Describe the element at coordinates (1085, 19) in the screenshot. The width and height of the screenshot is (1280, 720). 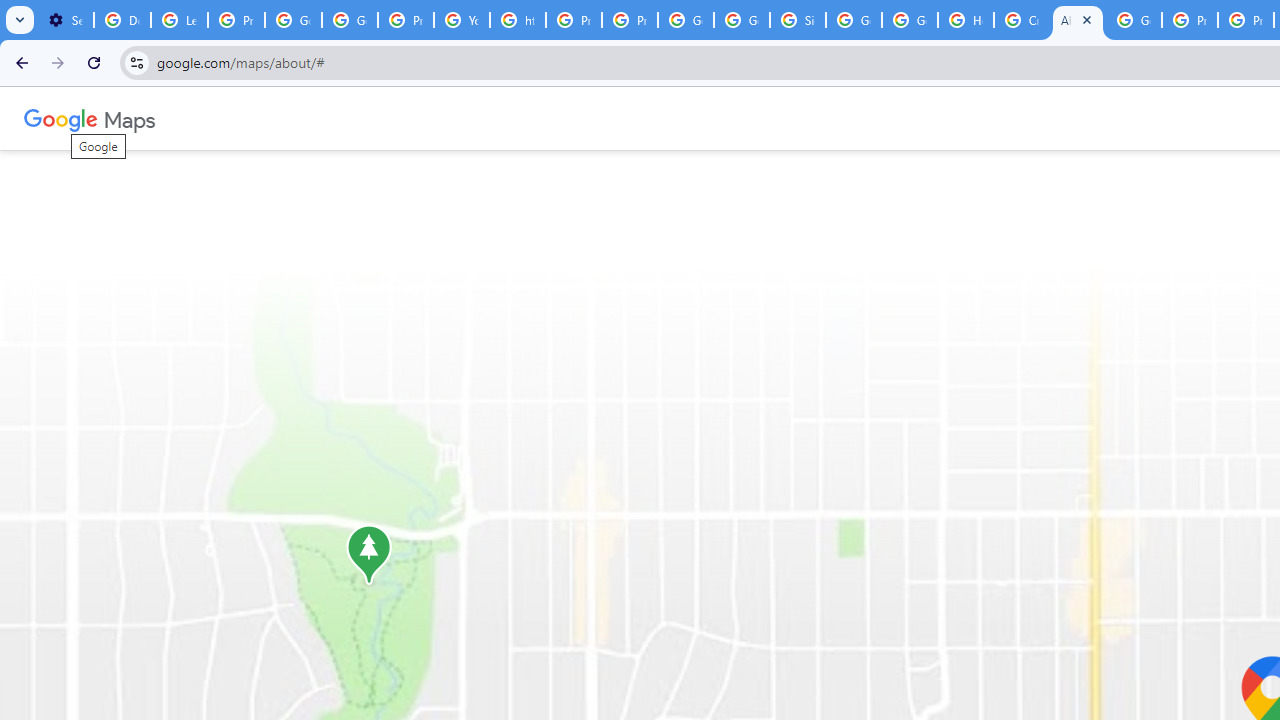
I see `'Close'` at that location.